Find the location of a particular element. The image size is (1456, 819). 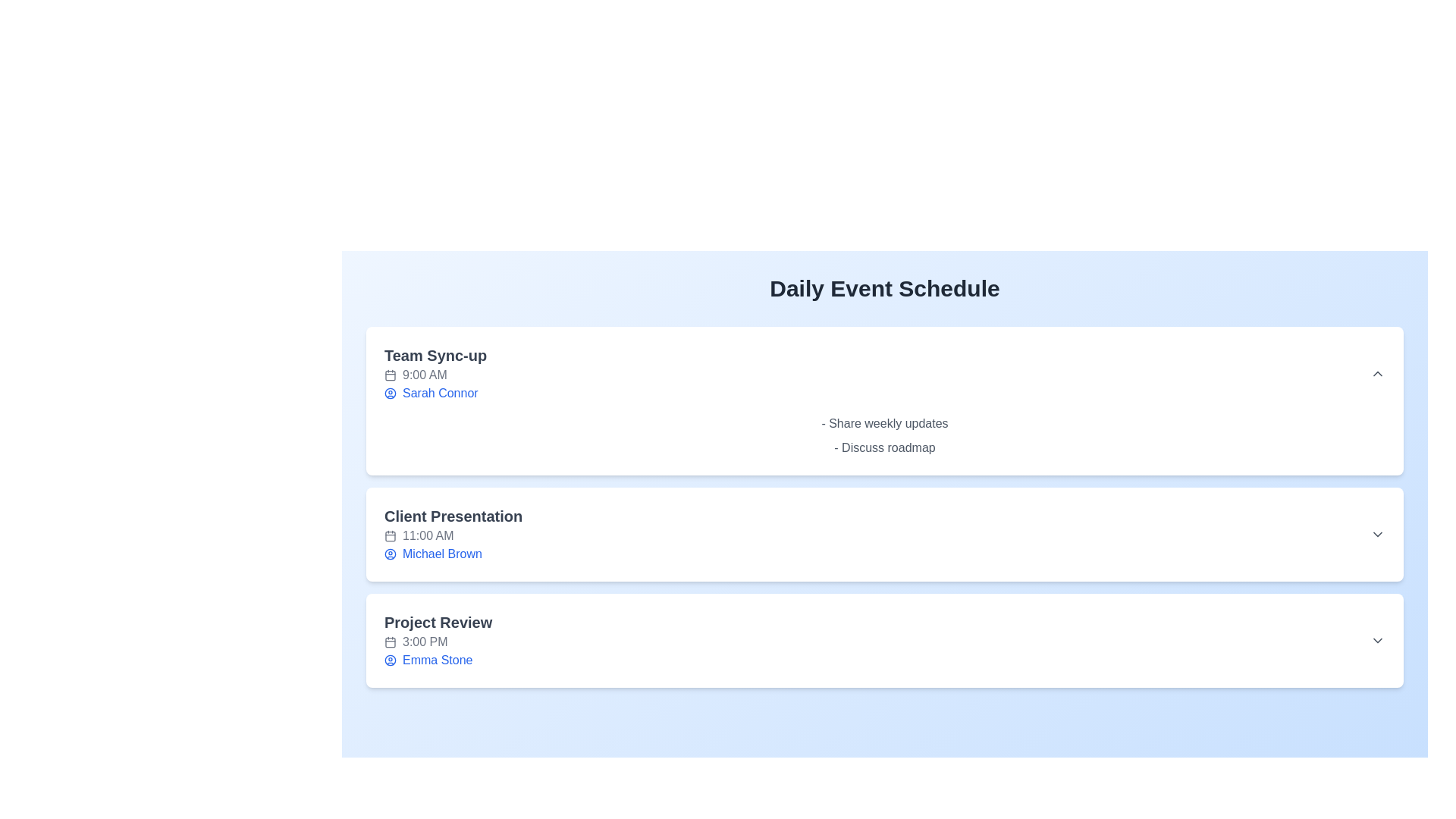

the text label displaying '3:00 PM' in gray font, located within the 'Project Review' section under 'Daily Event Schedule', which is the third event on the list and appears next to a calendar icon is located at coordinates (425, 642).